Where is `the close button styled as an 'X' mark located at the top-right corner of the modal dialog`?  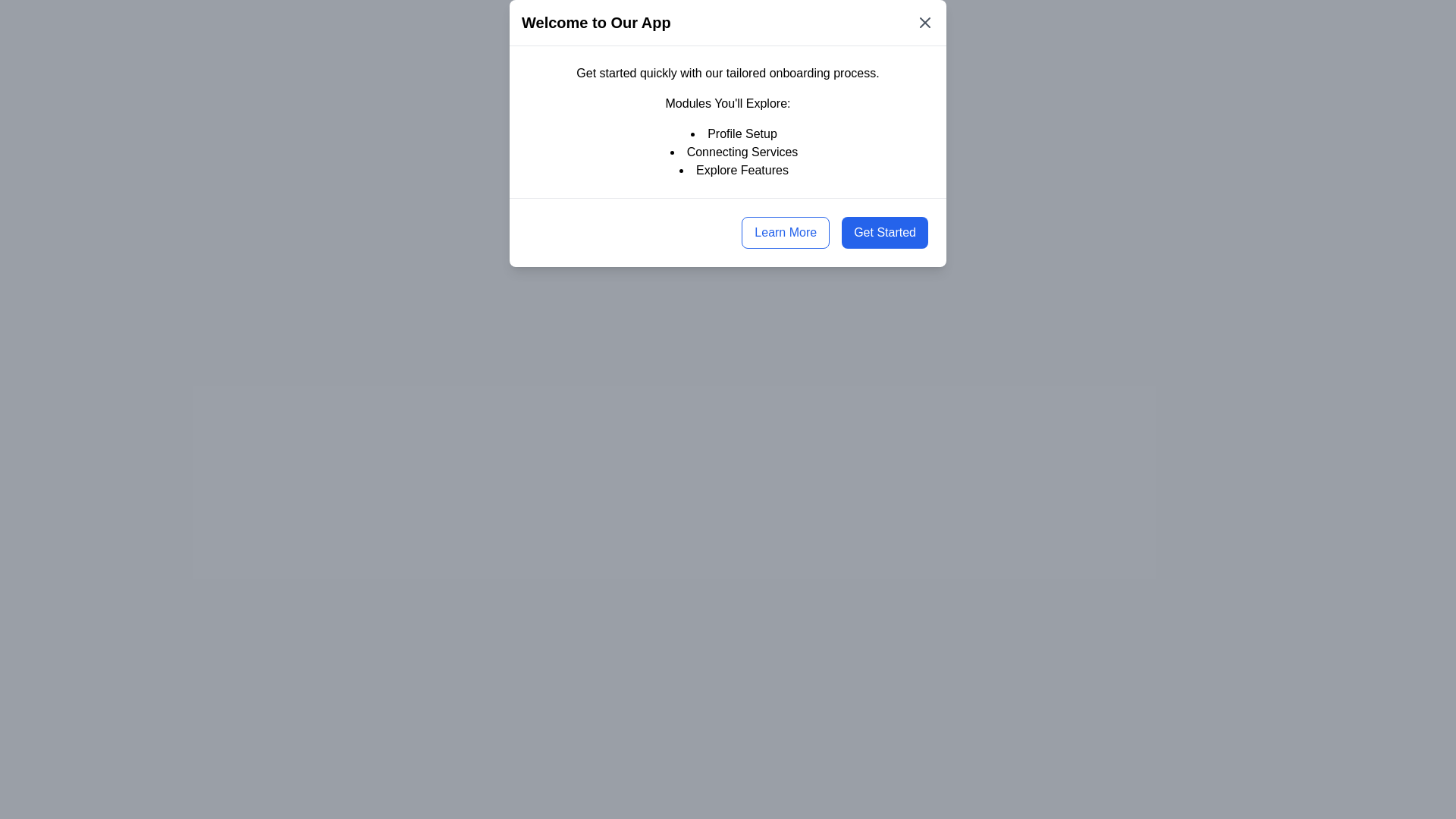 the close button styled as an 'X' mark located at the top-right corner of the modal dialog is located at coordinates (924, 23).